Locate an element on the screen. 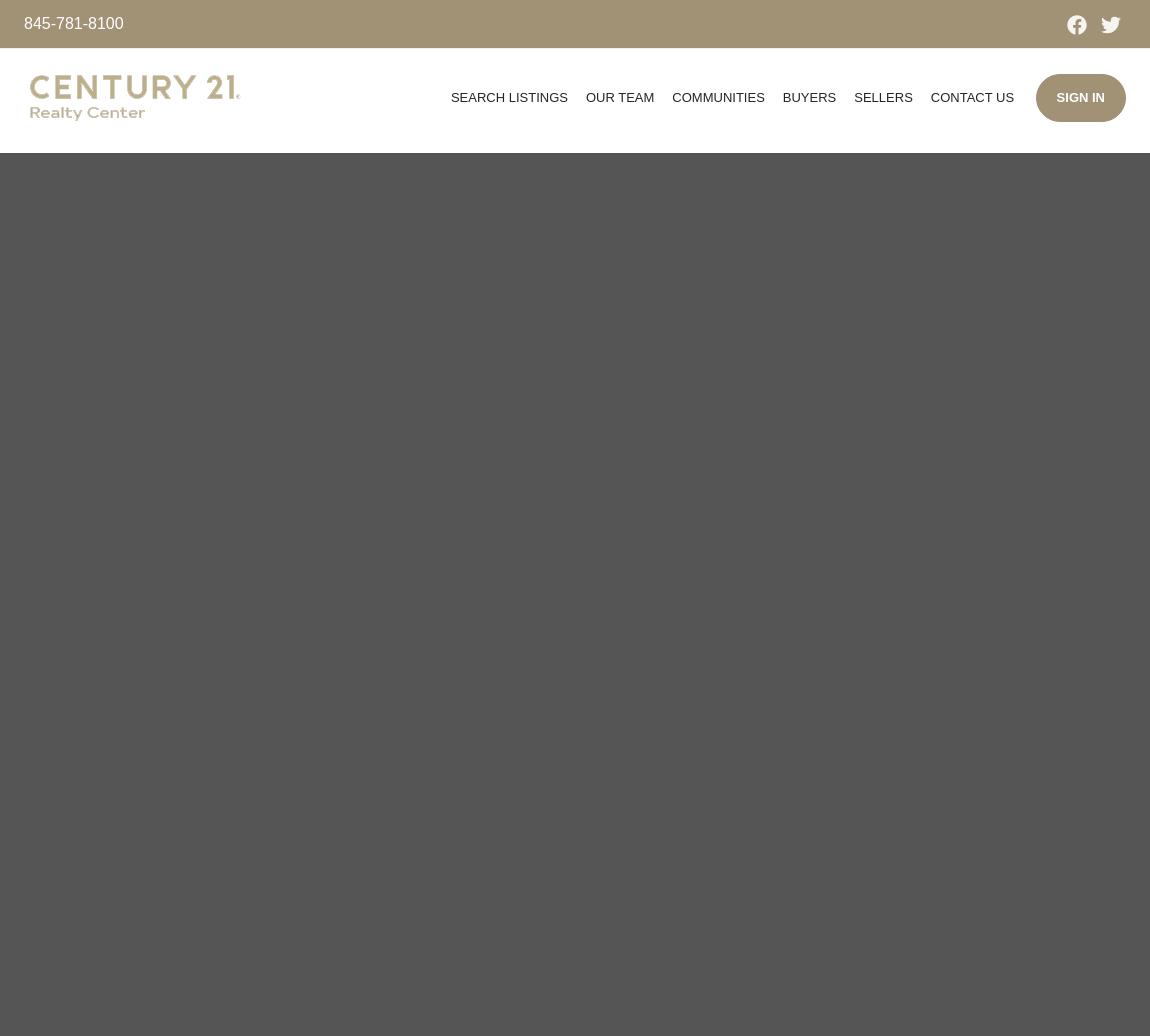  'TUXEDO' is located at coordinates (716, 266).